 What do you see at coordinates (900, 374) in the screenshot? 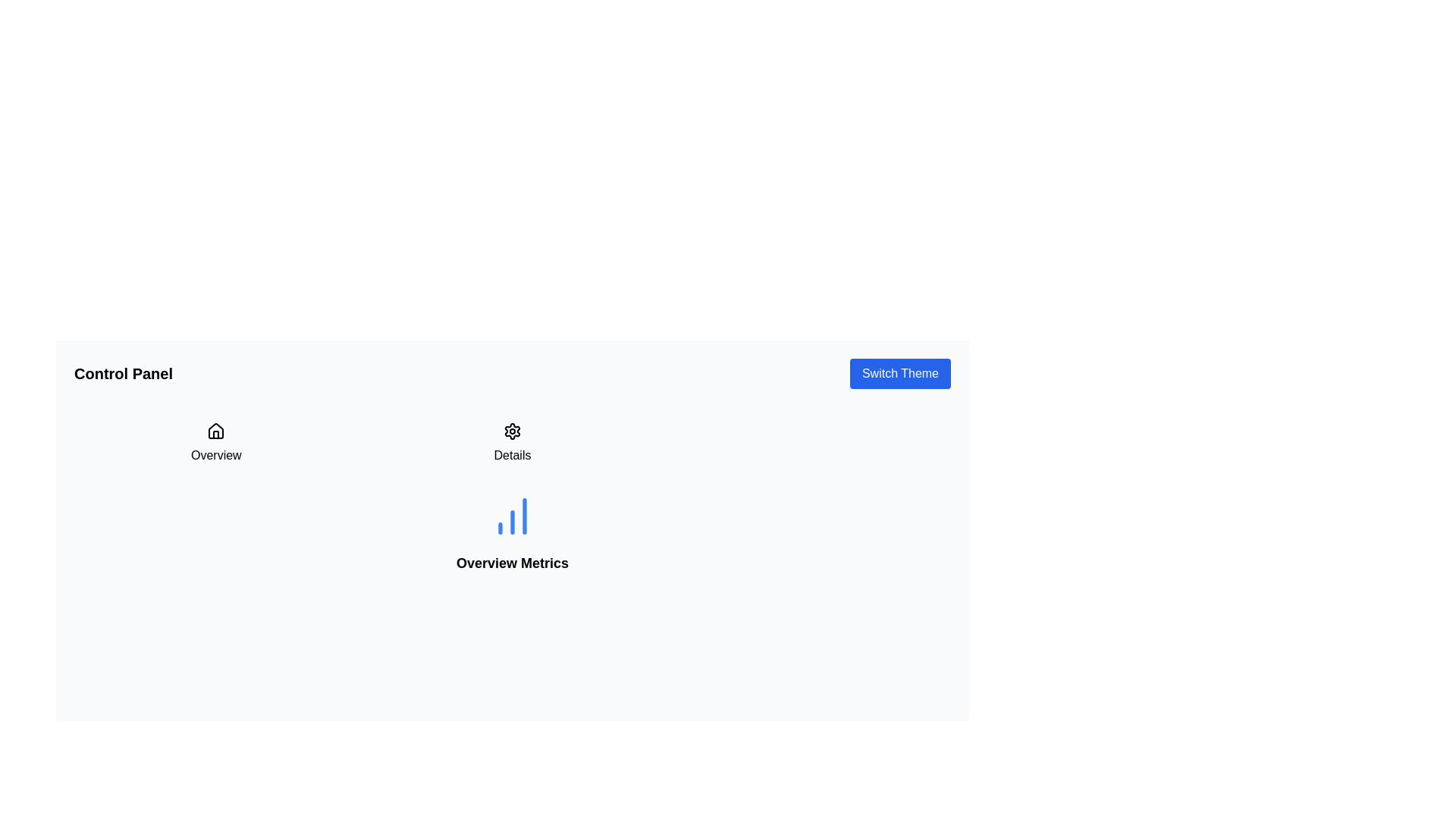
I see `the 'Switch Theme' button, which is a rectangular button with a blue background and white text, to observe the background color change` at bounding box center [900, 374].